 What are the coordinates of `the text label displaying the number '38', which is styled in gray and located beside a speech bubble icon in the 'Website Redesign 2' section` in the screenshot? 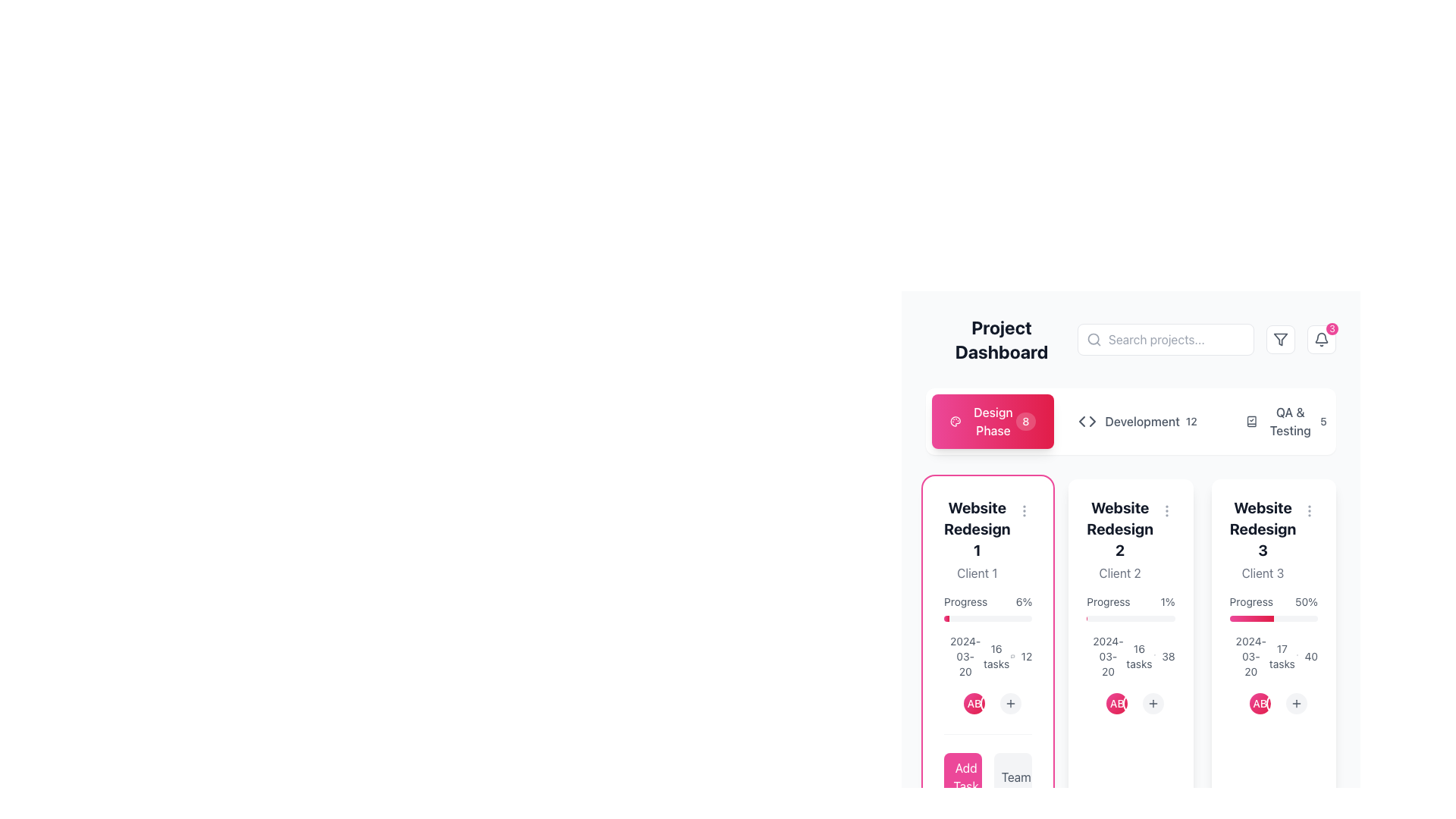 It's located at (1163, 656).